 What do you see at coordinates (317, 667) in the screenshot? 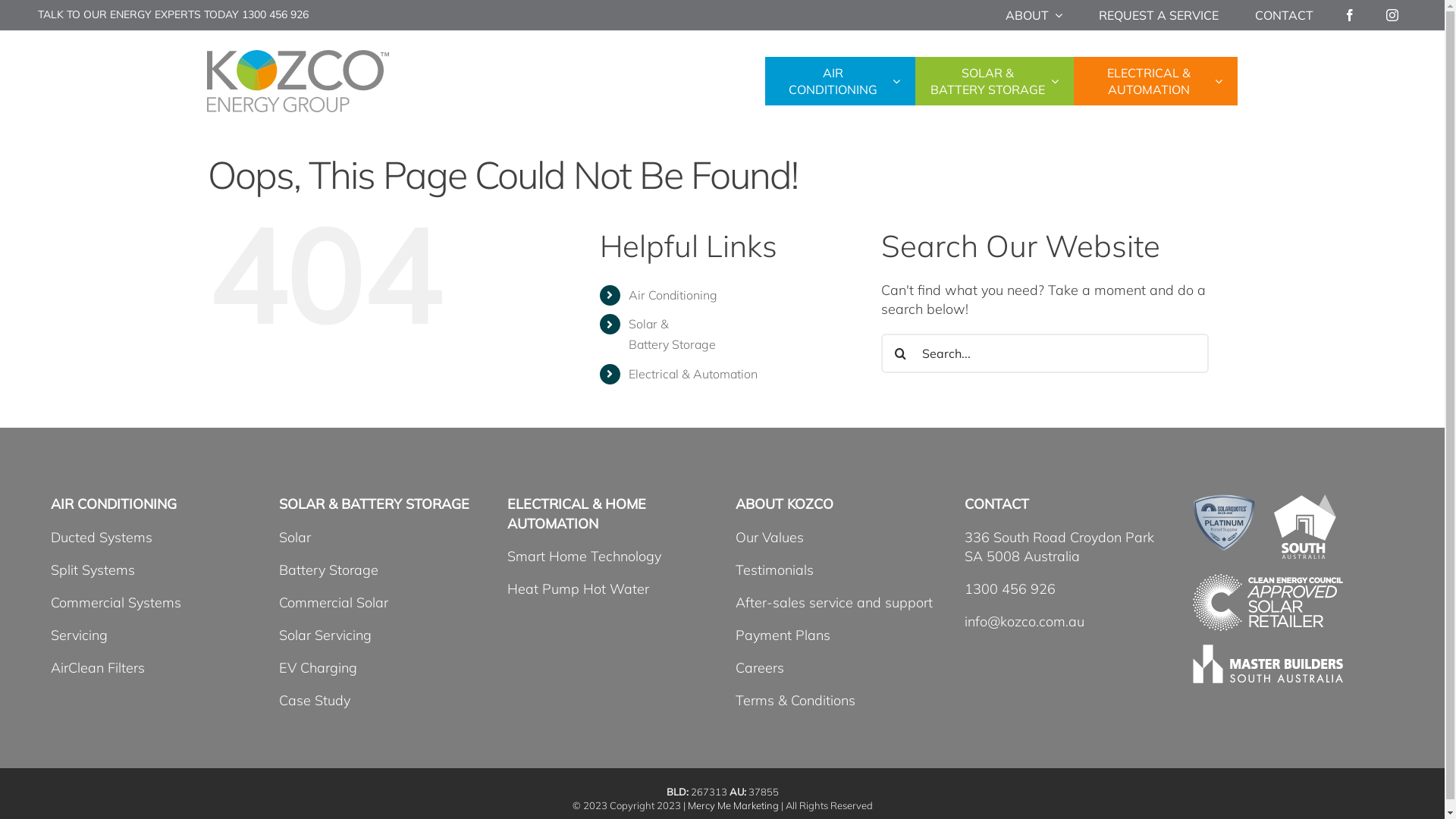
I see `'EV Charging'` at bounding box center [317, 667].